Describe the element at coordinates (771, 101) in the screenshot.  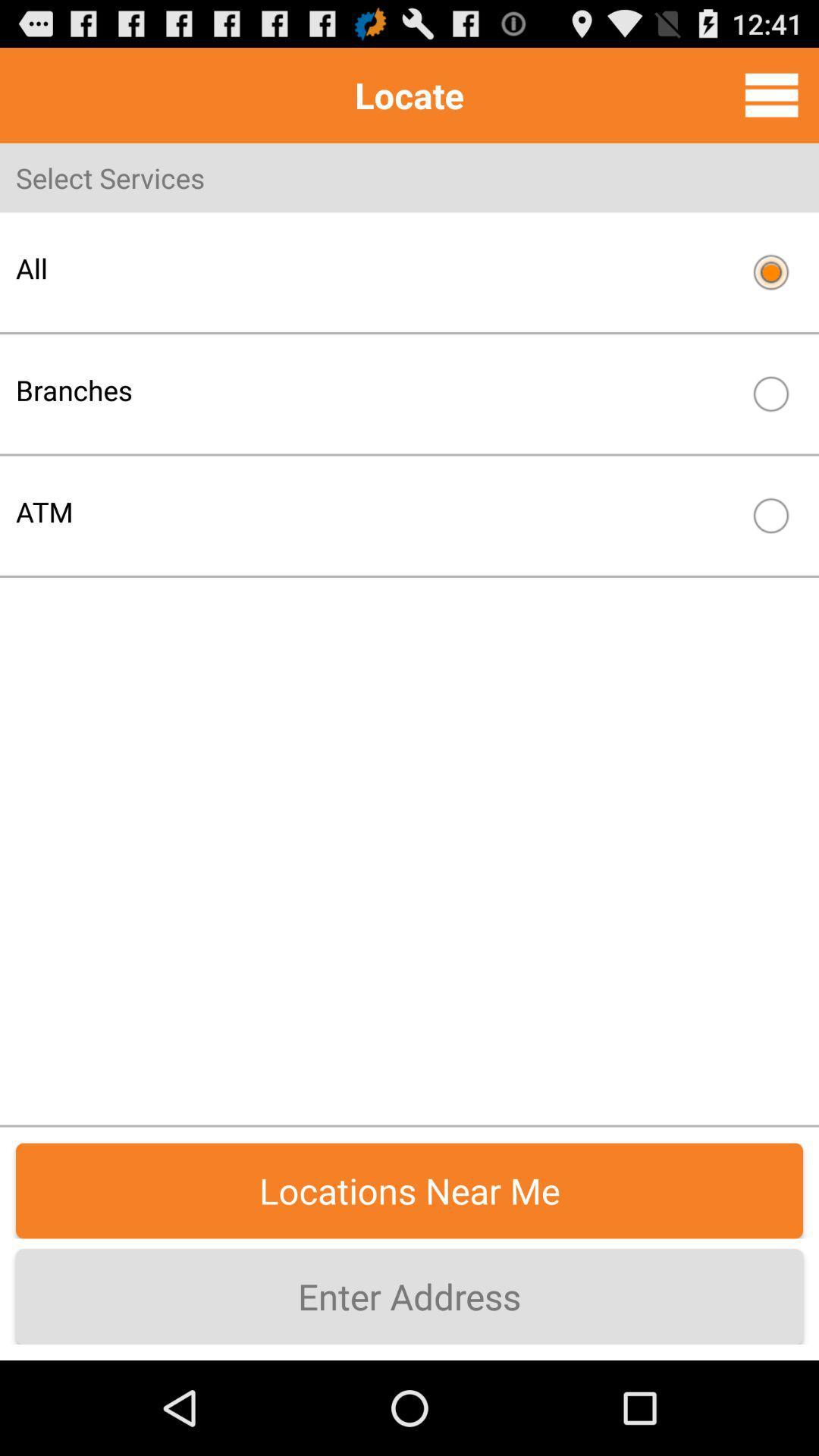
I see `the menu icon` at that location.